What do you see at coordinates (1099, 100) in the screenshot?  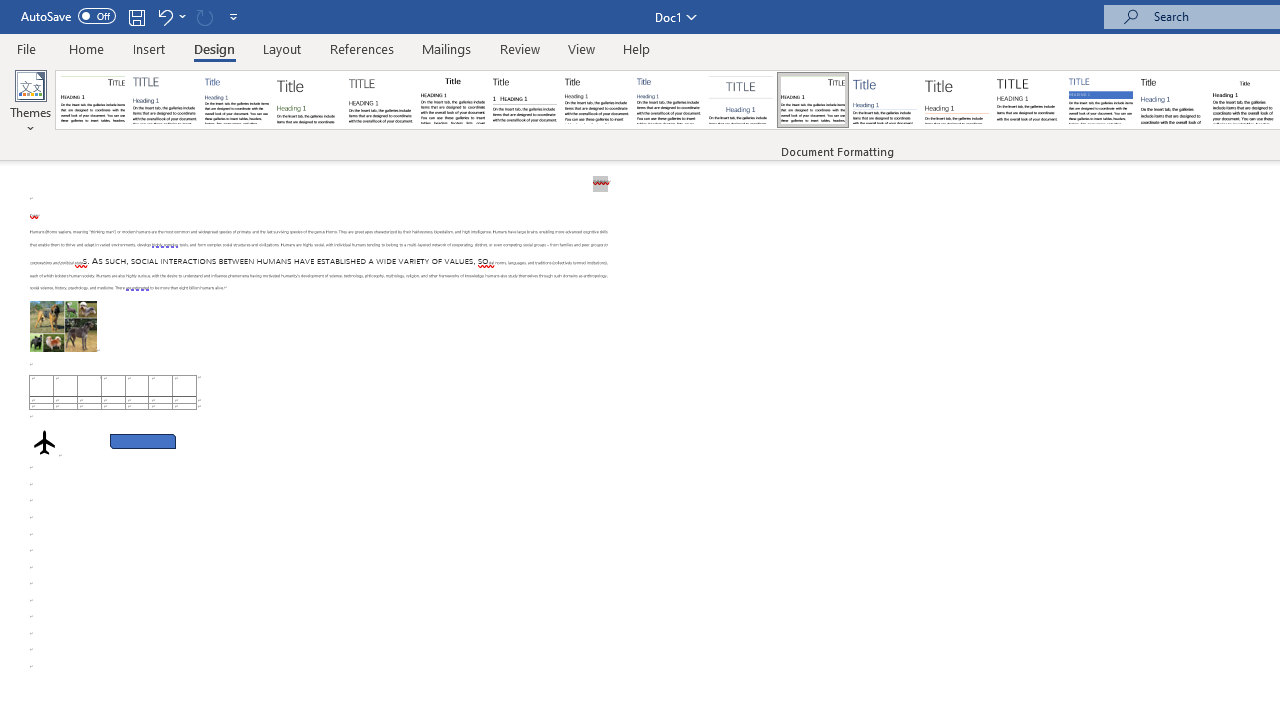 I see `'Shaded'` at bounding box center [1099, 100].